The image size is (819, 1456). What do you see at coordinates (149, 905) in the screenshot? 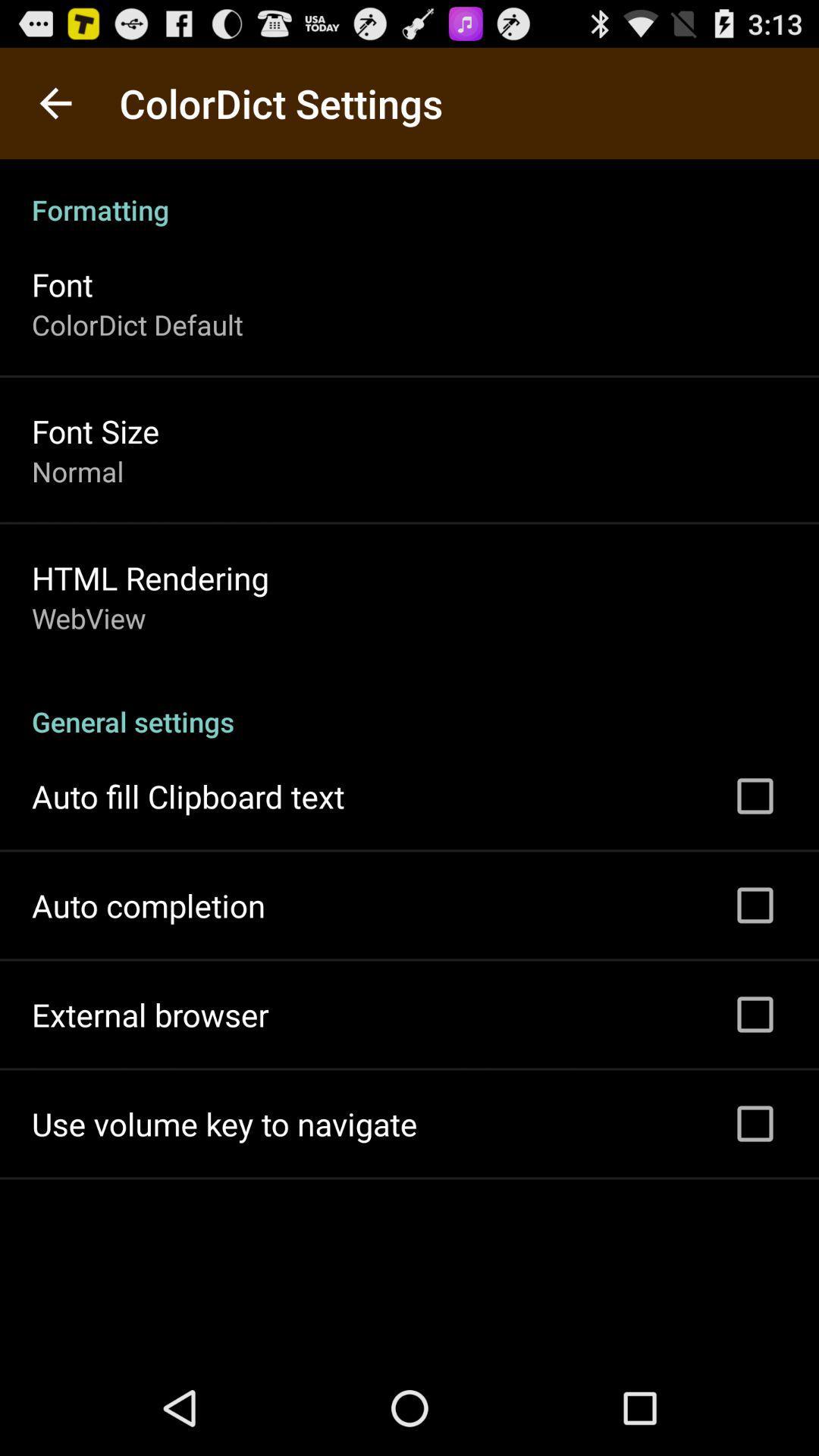
I see `the auto completion icon` at bounding box center [149, 905].